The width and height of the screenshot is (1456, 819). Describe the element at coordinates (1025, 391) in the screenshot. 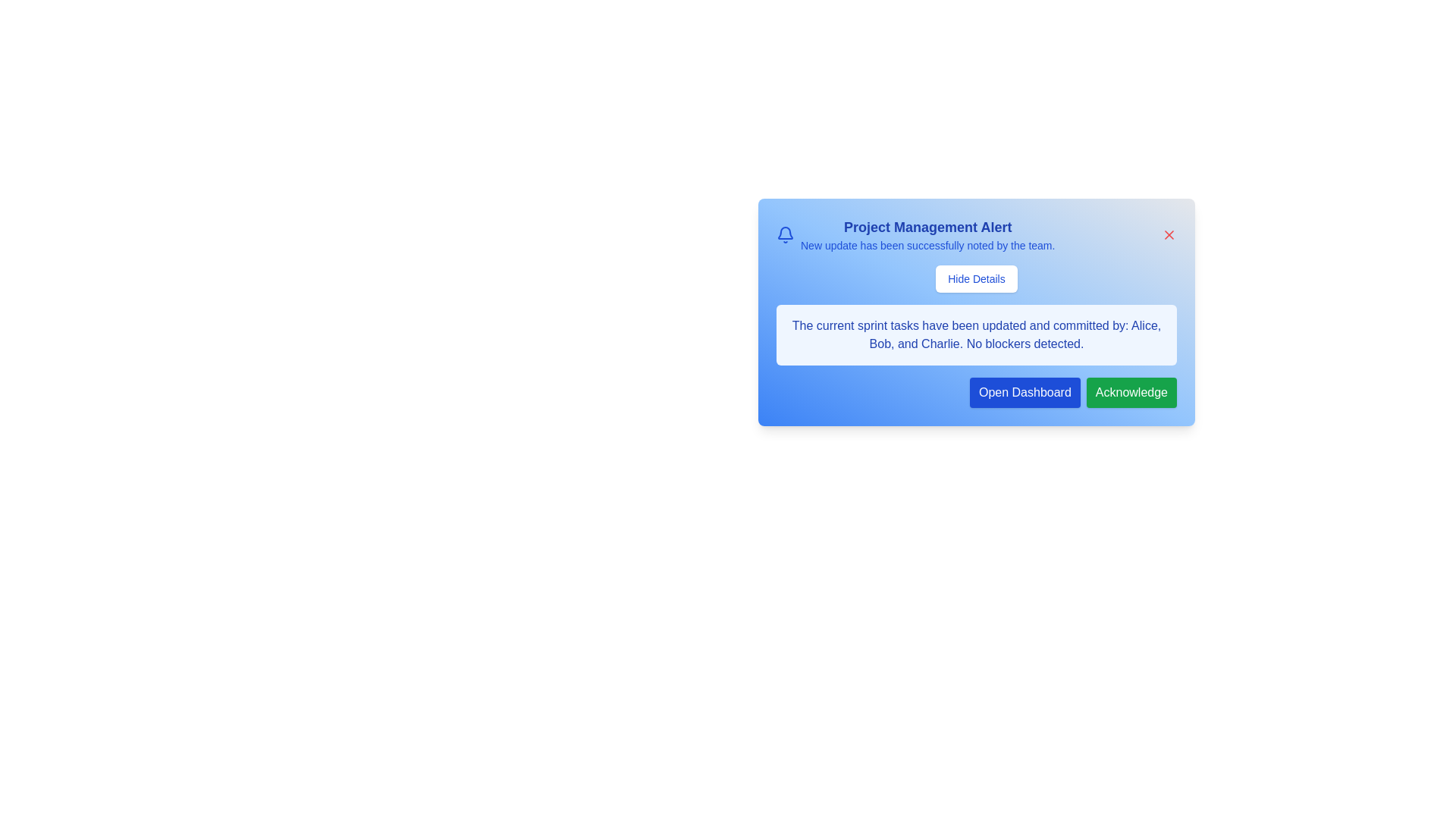

I see `the 'Open Dashboard' button to navigate to the dashboard` at that location.